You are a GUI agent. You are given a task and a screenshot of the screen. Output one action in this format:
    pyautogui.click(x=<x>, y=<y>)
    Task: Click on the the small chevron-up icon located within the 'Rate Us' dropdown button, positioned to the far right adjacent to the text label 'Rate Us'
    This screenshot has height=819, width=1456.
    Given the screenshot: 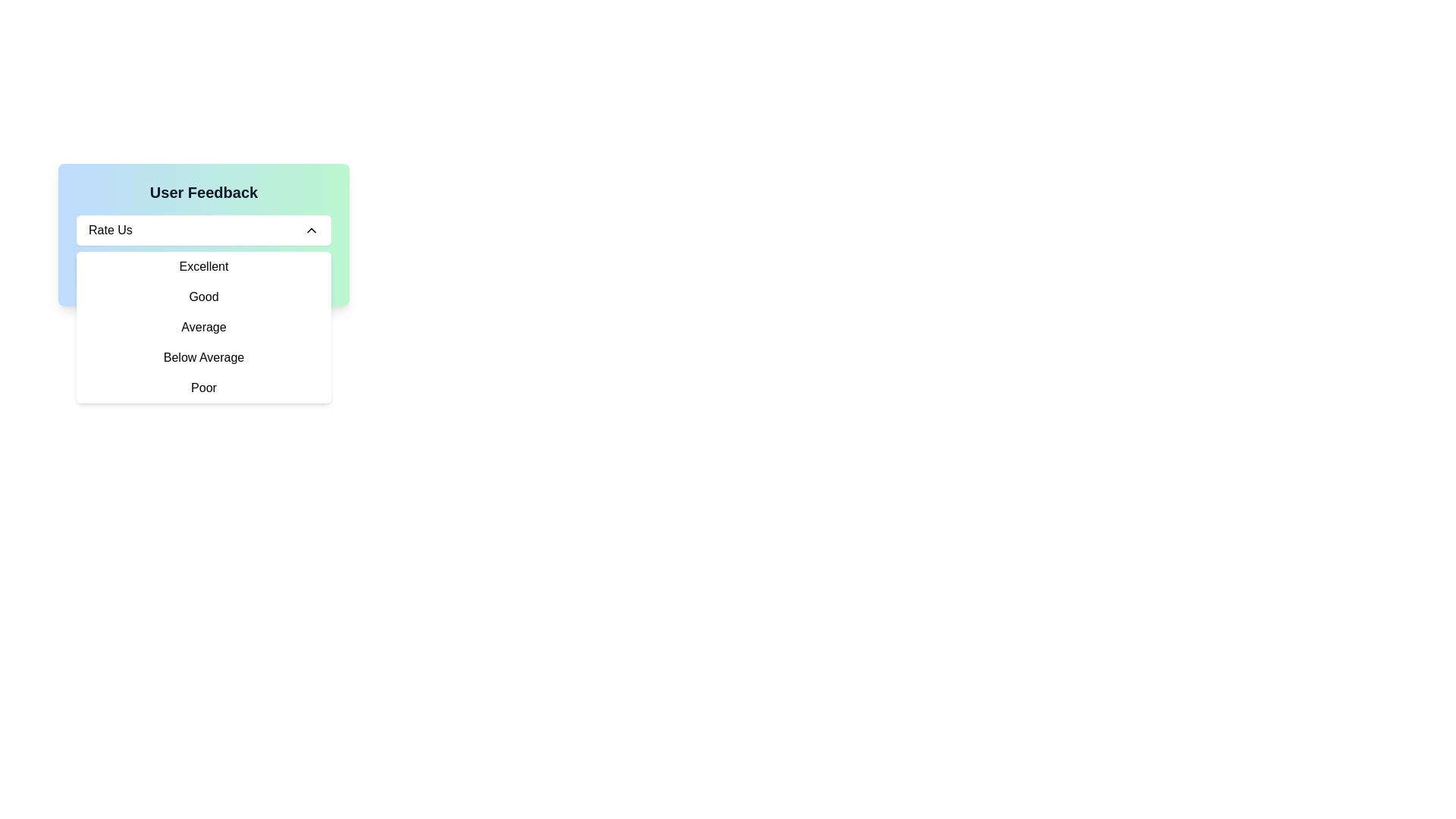 What is the action you would take?
    pyautogui.click(x=311, y=231)
    